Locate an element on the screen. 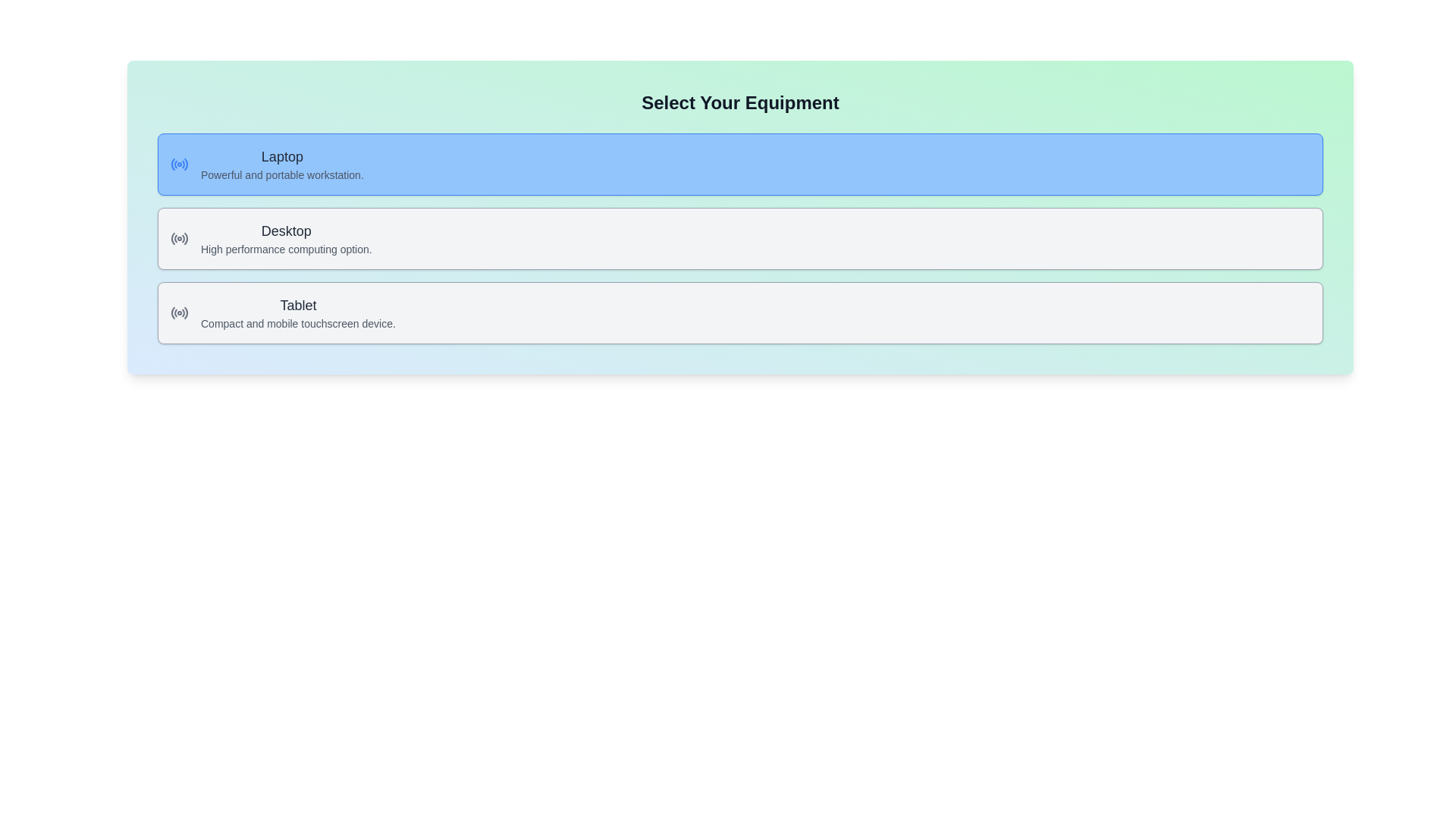  the circular SVG Icon resembling a radio wave symbol, which is vibrant blue with a red core, positioned to the left of the text 'Laptop' is located at coordinates (179, 164).